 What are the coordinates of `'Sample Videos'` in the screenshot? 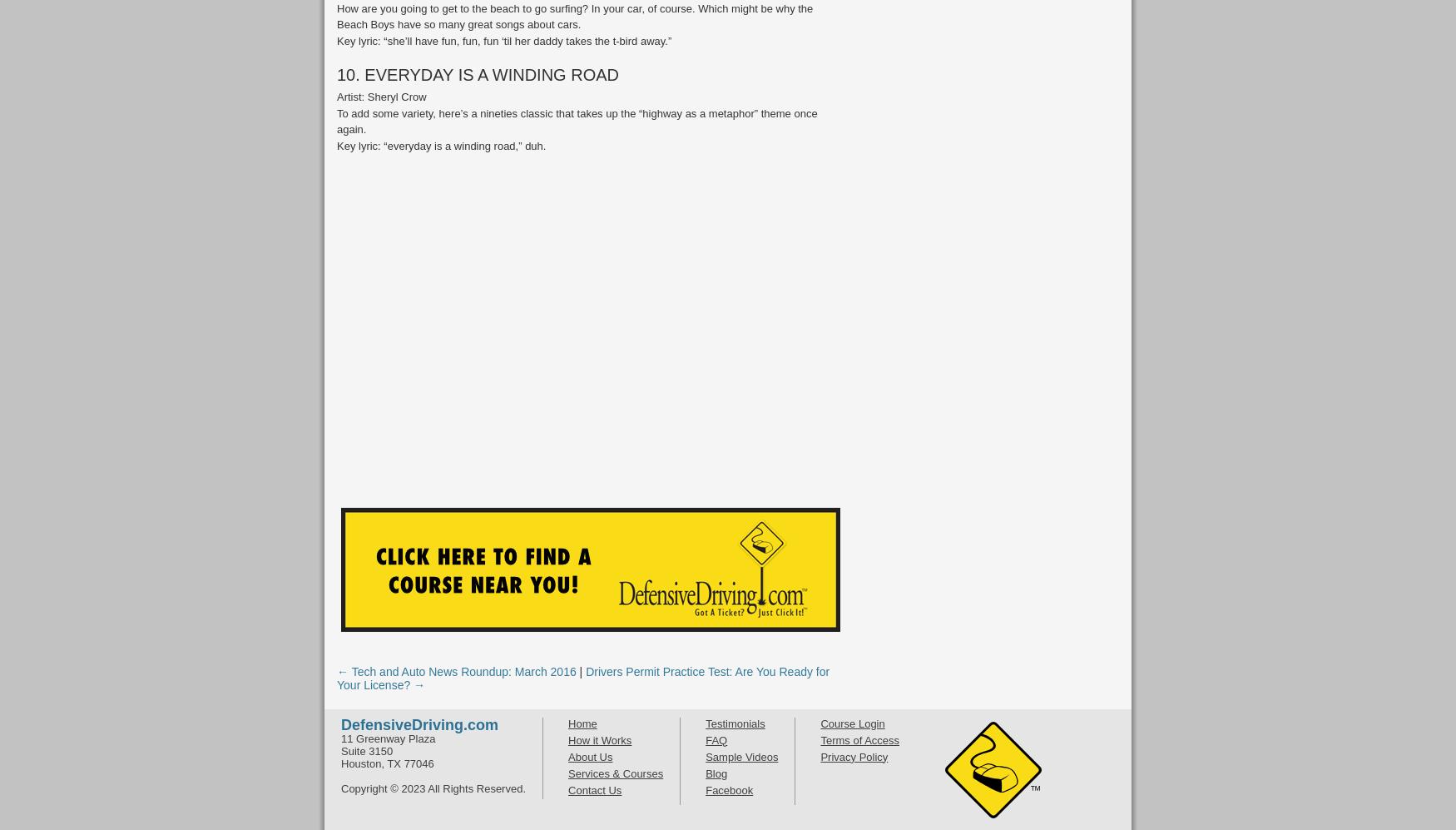 It's located at (706, 756).